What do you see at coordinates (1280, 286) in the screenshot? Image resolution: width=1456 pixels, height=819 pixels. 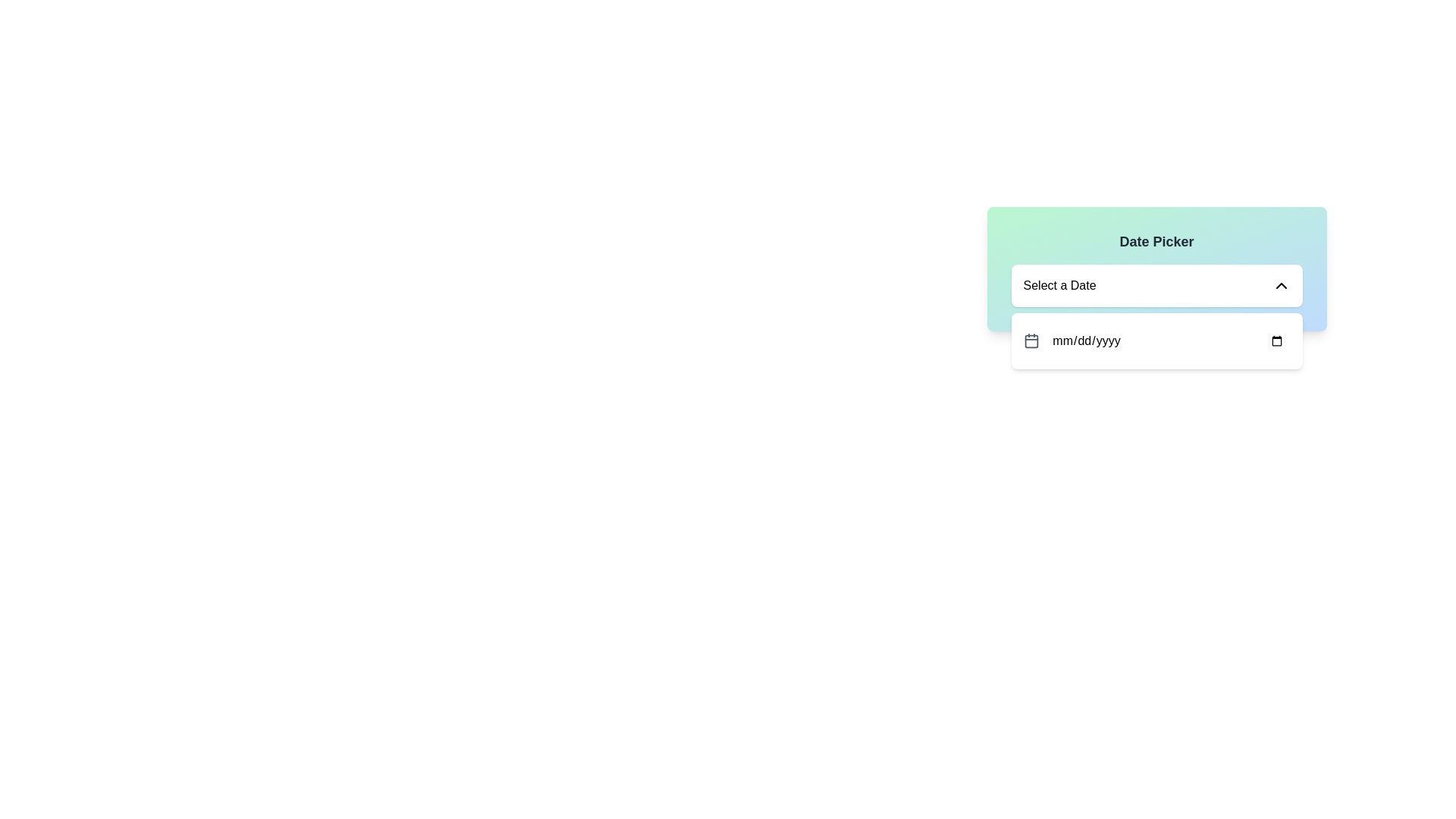 I see `the small upward-facing chevron icon with a black outline located at the right end of the 'Select a Date' section in the date picker interface` at bounding box center [1280, 286].